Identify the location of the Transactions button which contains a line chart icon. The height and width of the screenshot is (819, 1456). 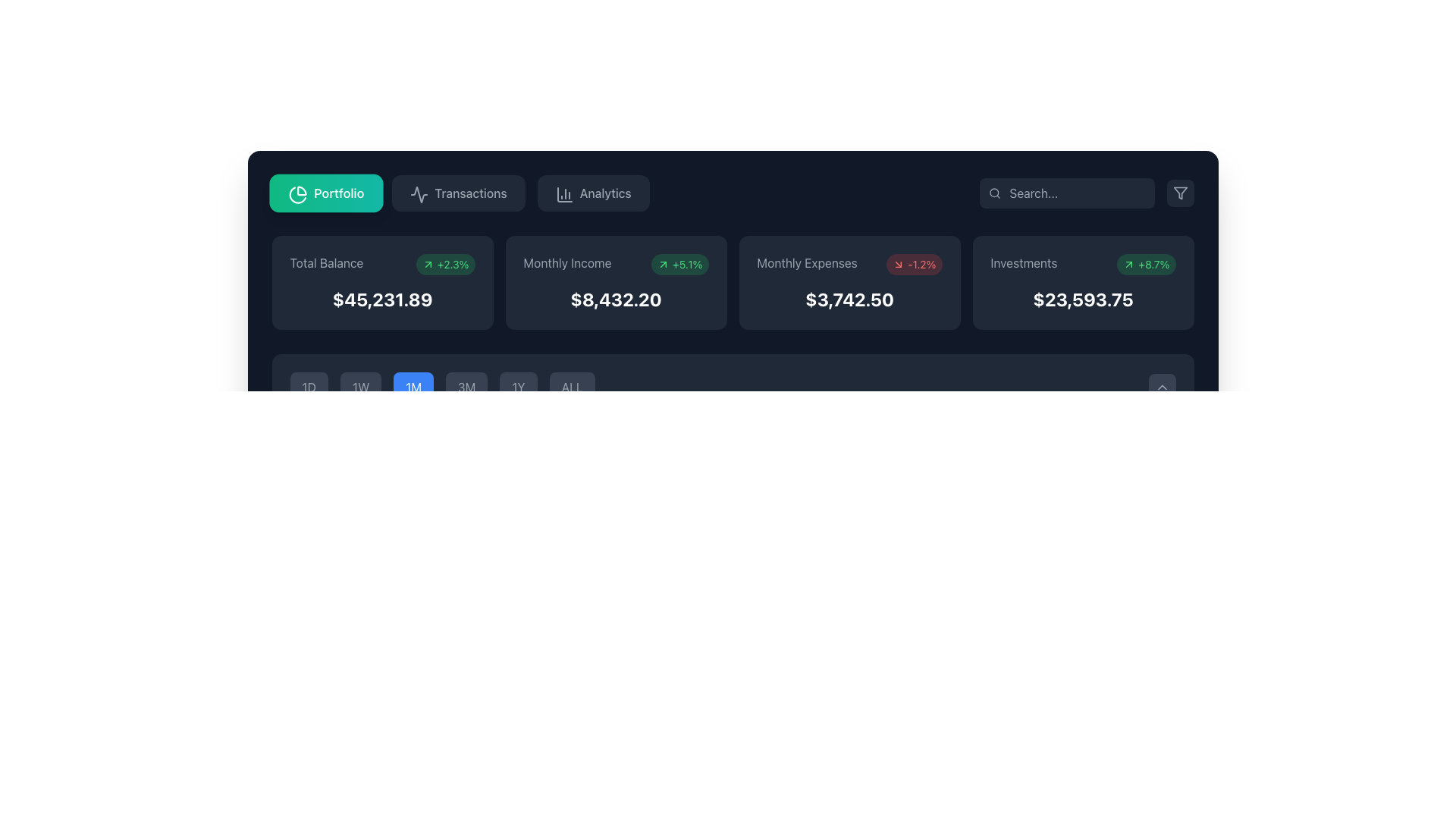
(419, 194).